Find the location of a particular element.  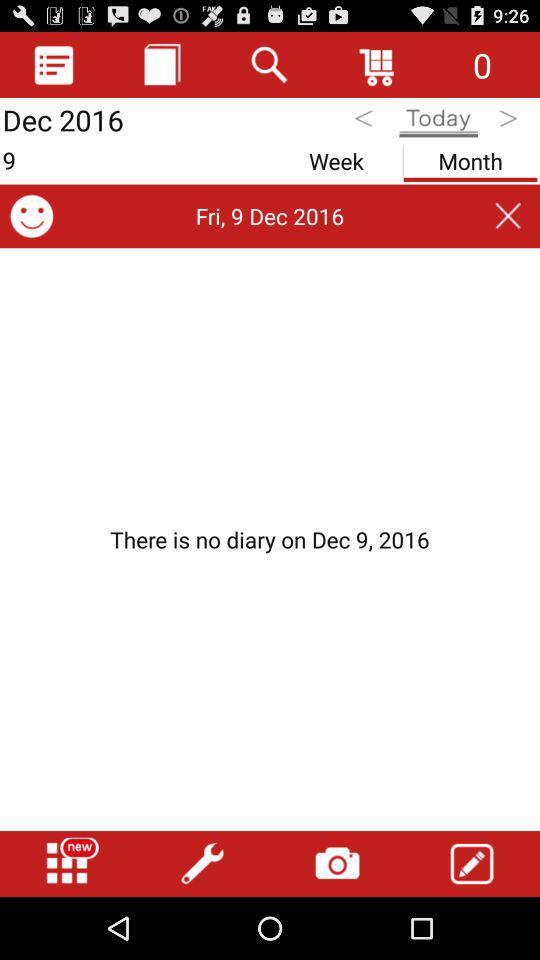

tomorrow is located at coordinates (510, 121).